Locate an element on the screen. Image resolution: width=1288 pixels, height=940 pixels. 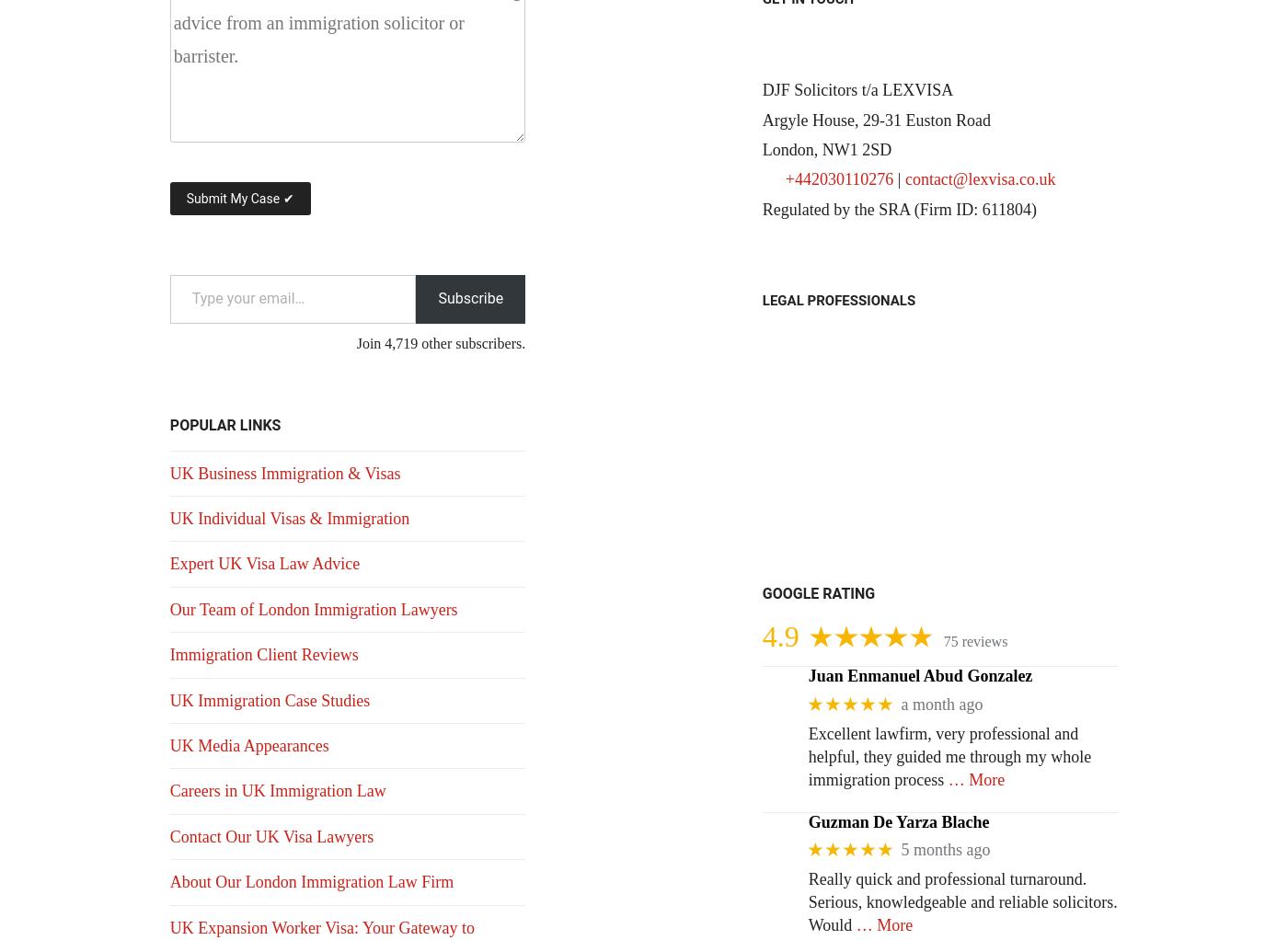
'+442030110276' is located at coordinates (785, 178).